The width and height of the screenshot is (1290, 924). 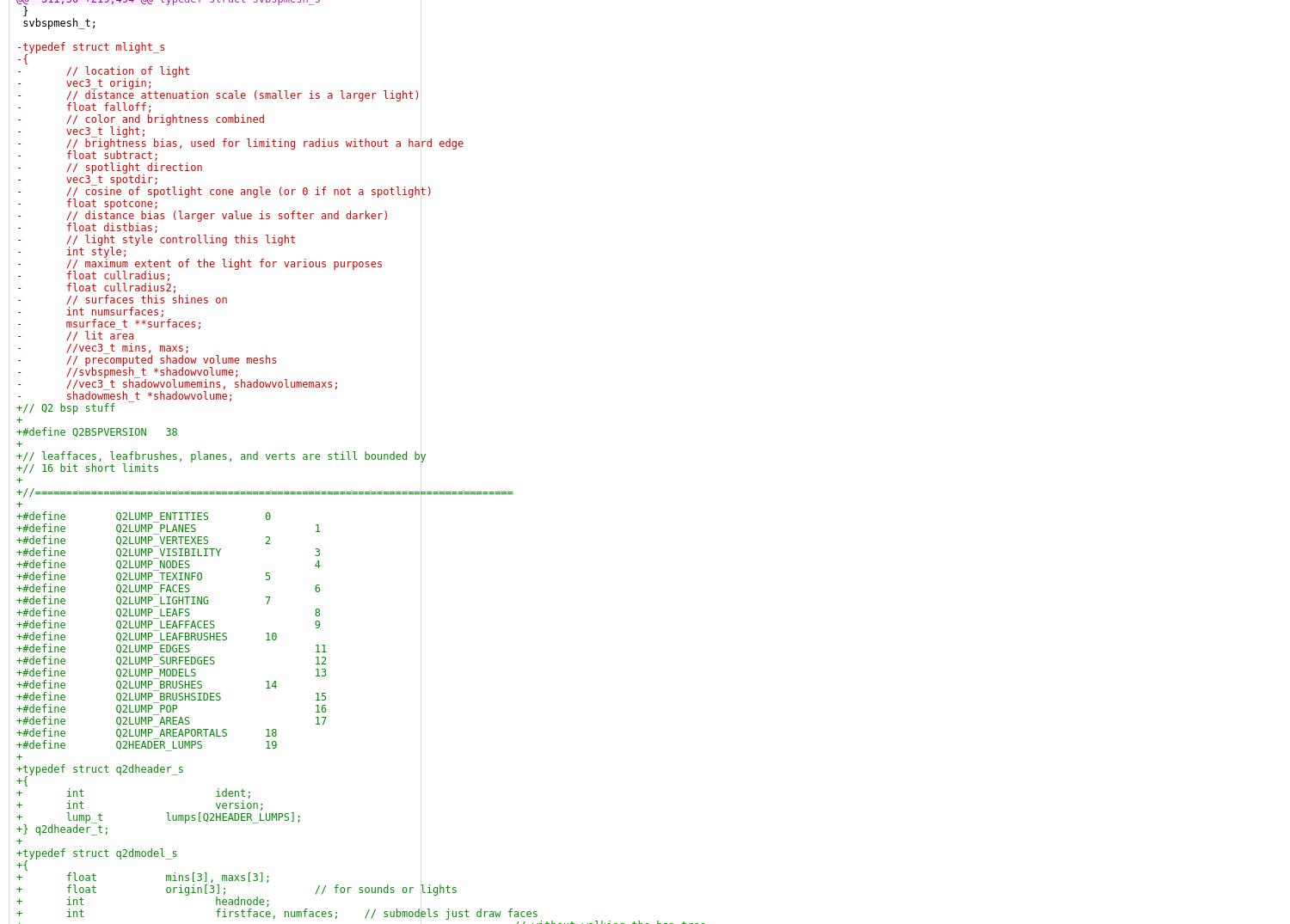 I want to click on '-       //vec3_t mins, maxs;', so click(x=102, y=346).